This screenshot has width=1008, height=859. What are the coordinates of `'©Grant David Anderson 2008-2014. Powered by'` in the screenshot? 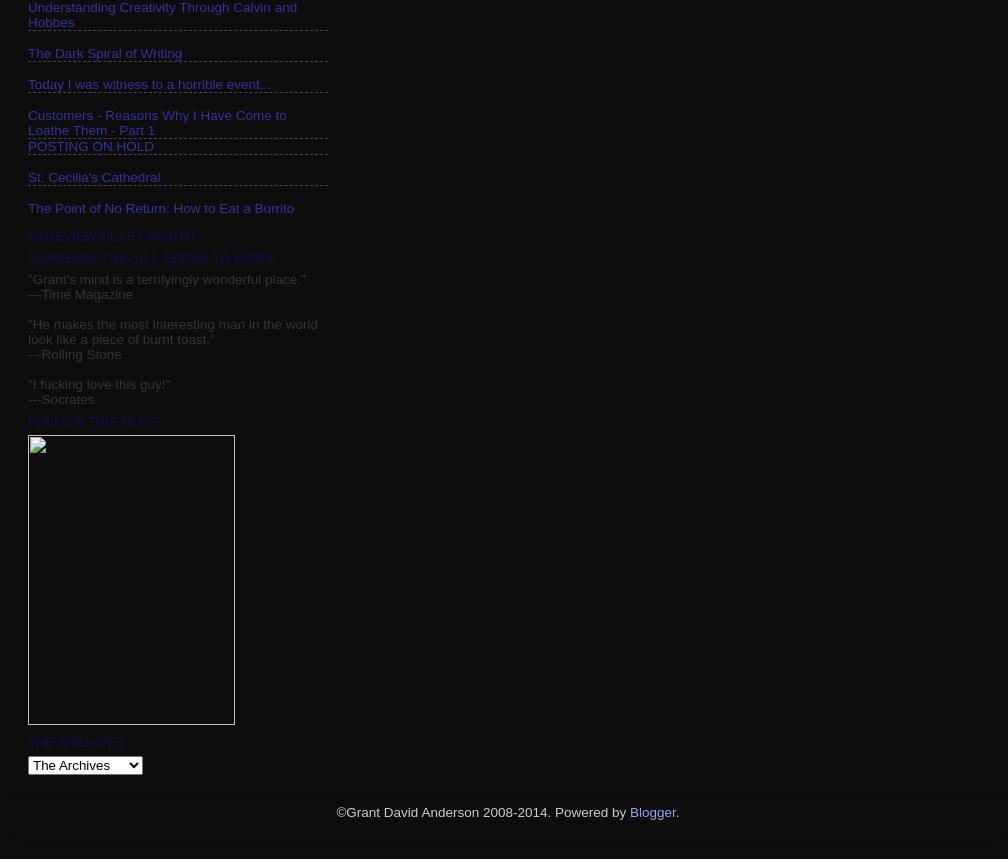 It's located at (335, 811).